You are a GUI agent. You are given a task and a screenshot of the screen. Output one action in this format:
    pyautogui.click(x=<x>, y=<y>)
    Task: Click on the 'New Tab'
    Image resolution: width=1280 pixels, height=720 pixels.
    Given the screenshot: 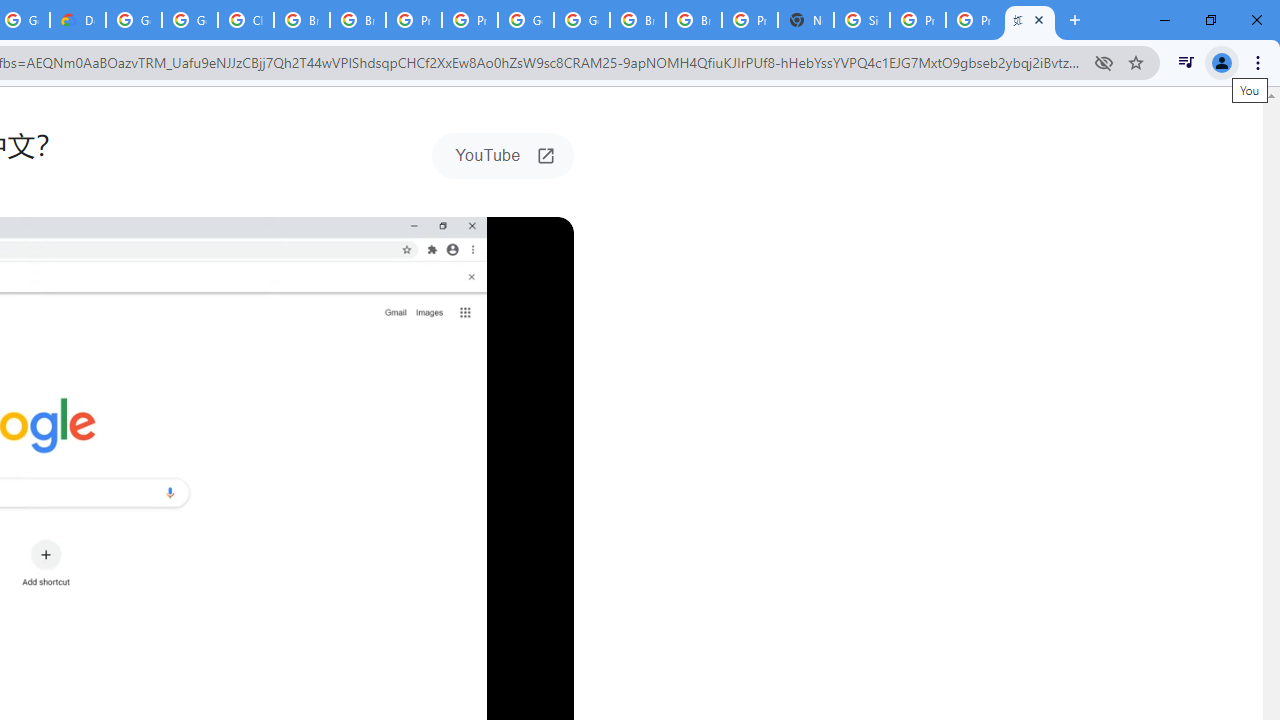 What is the action you would take?
    pyautogui.click(x=1074, y=20)
    